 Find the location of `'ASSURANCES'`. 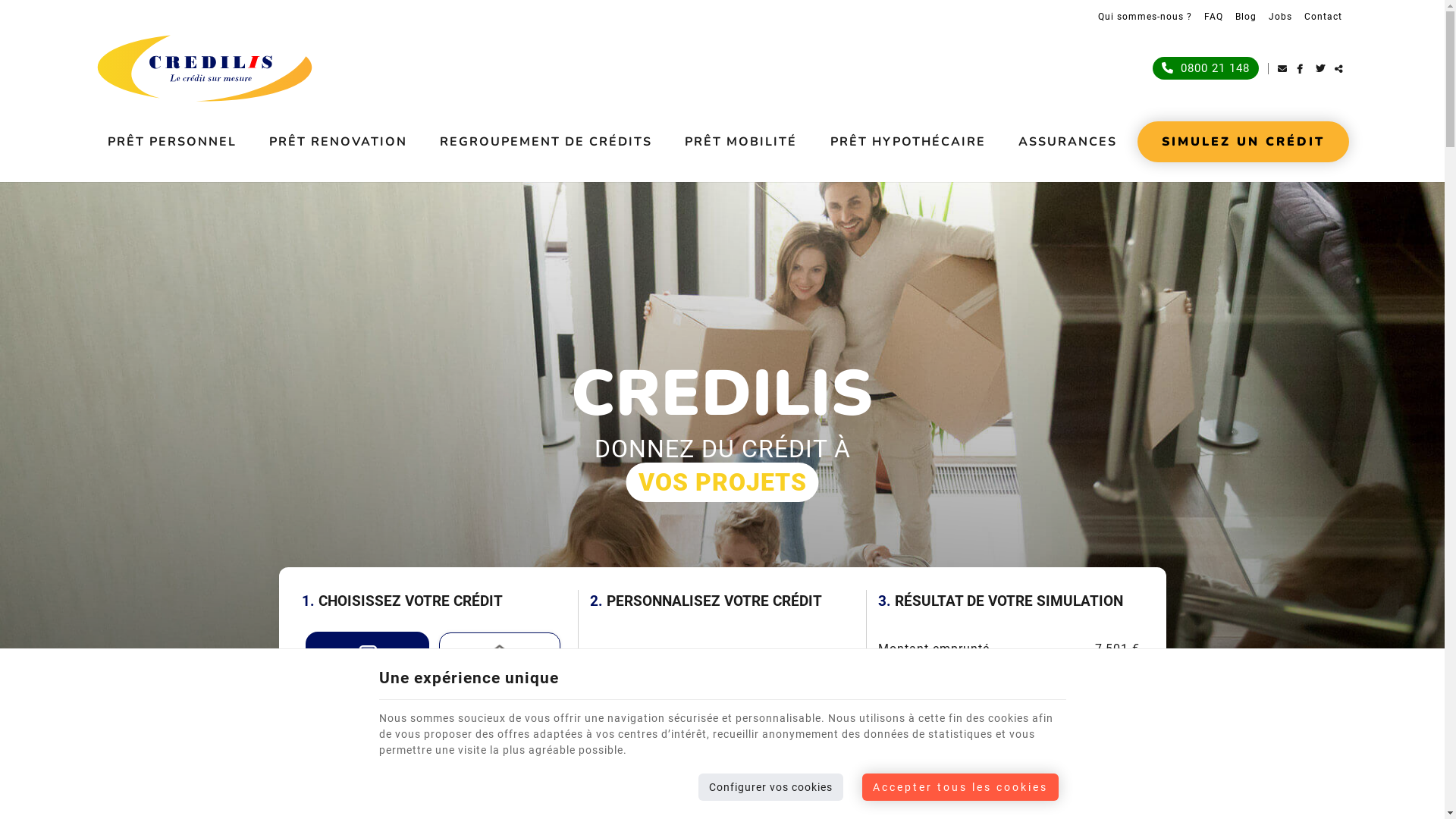

'ASSURANCES' is located at coordinates (1066, 141).